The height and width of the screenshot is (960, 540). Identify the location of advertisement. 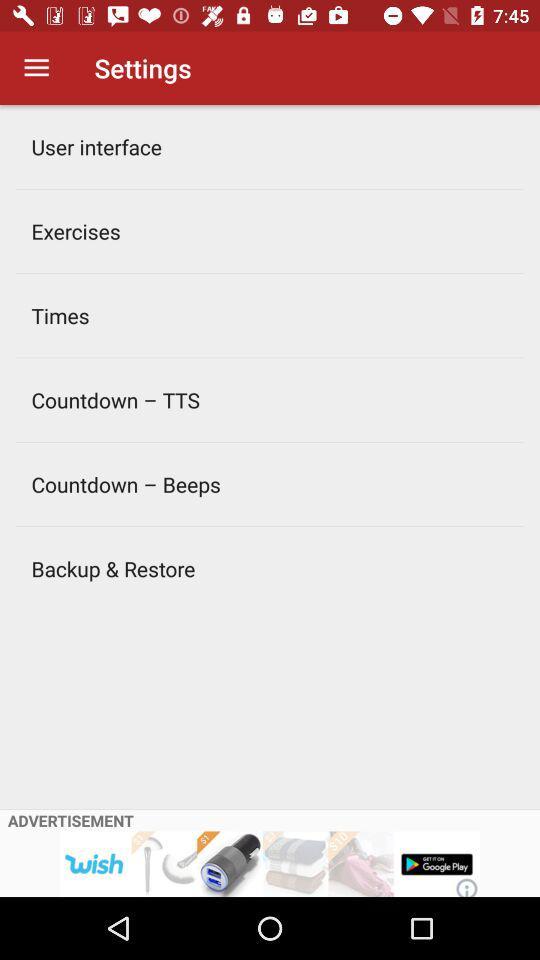
(270, 863).